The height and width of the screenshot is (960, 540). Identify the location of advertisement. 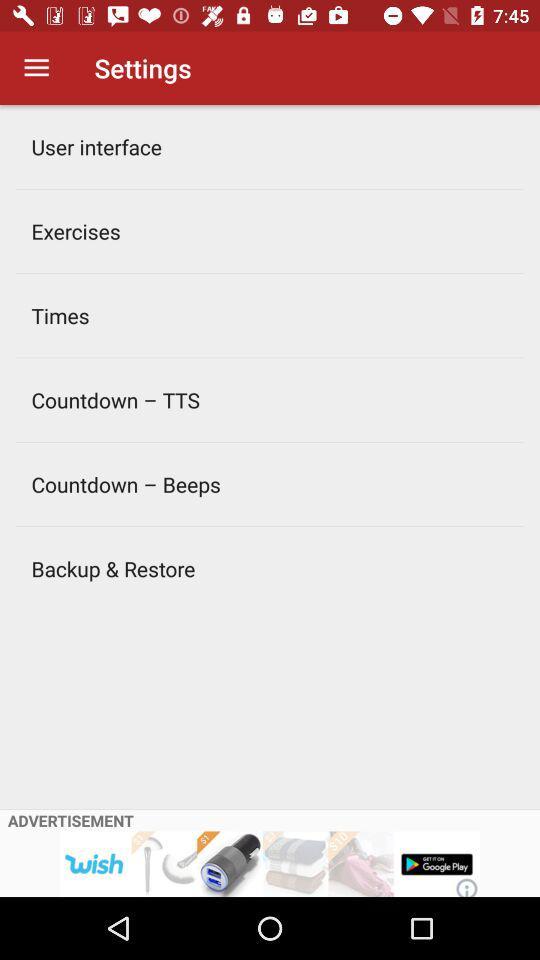
(270, 863).